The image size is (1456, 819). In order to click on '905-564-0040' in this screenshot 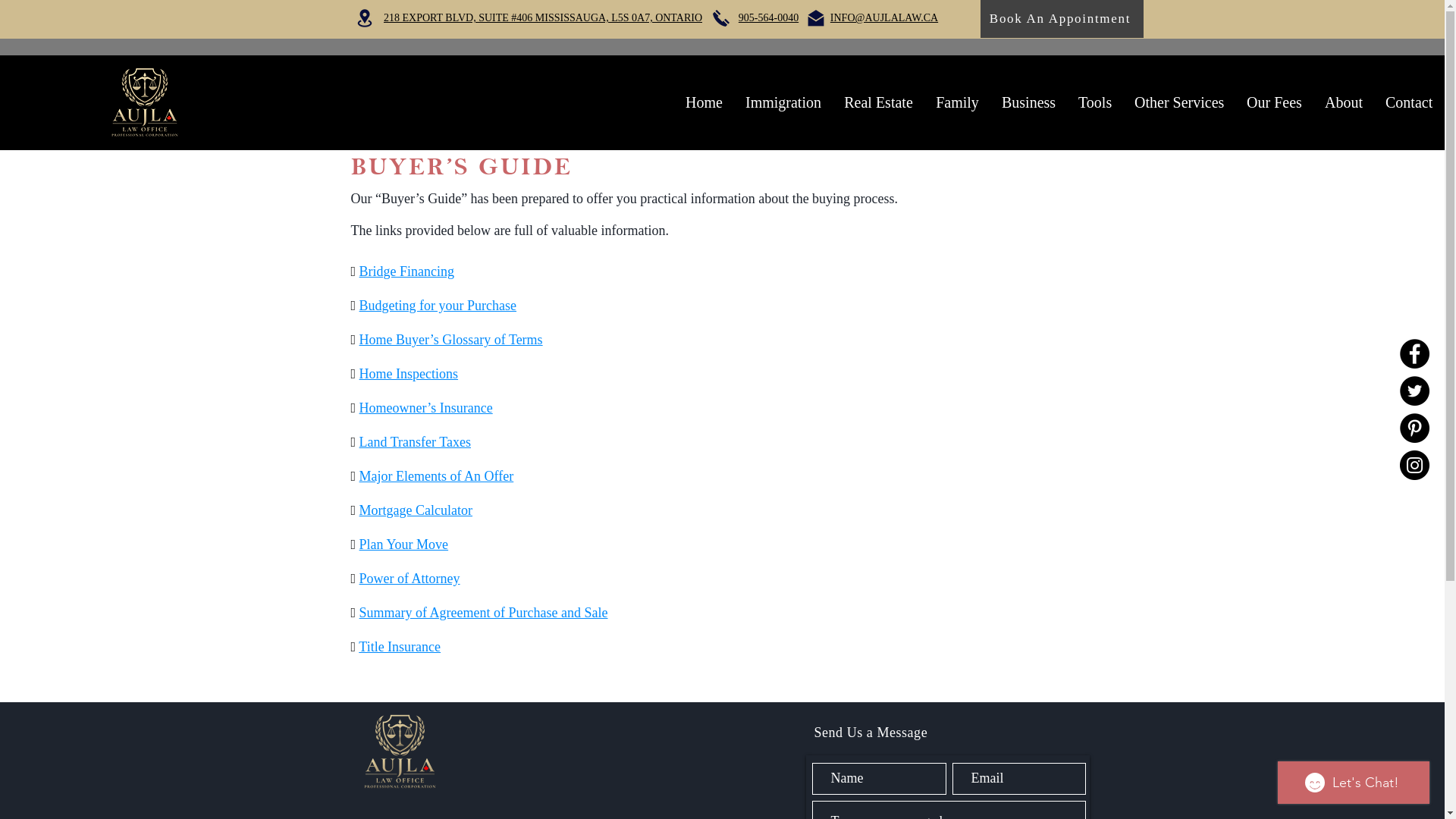, I will do `click(768, 17)`.